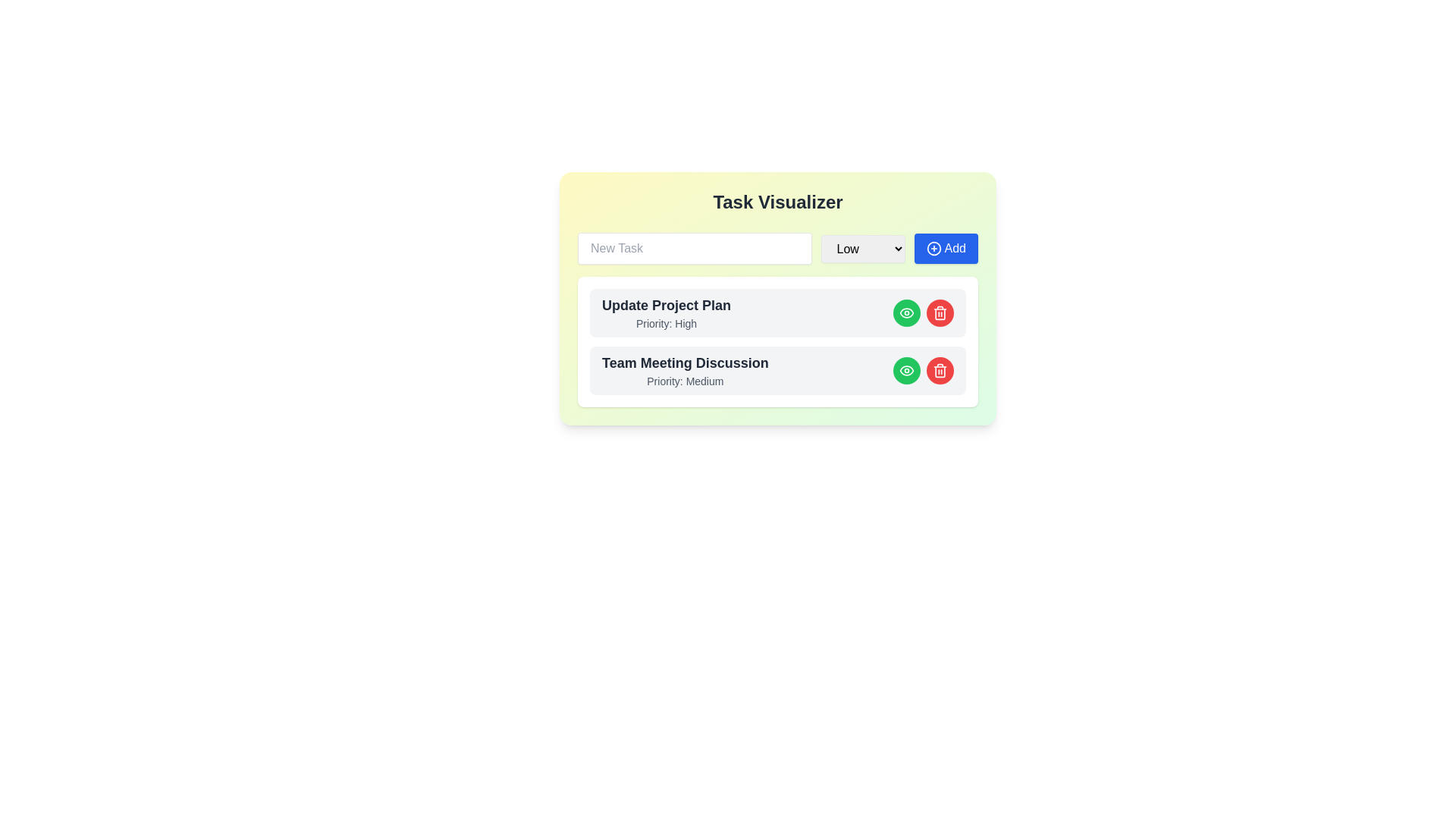  What do you see at coordinates (778, 247) in the screenshot?
I see `a task priority from the dropdown menu in the Interactive task entry section, which is composed of a text input box labeled 'New Task', a dropdown menu with options 'Low', 'Medium', 'High', and a blue 'Add' button` at bounding box center [778, 247].